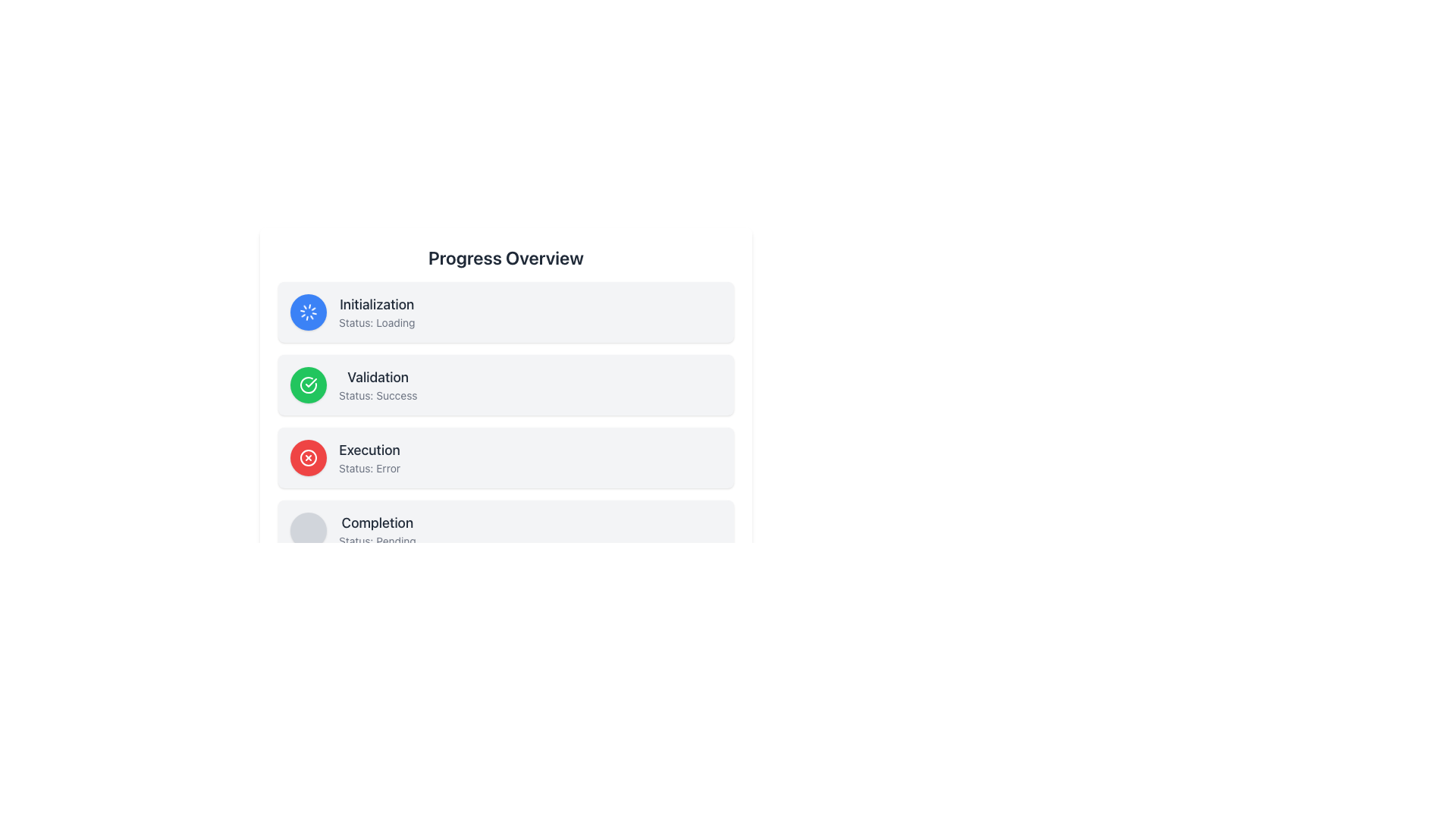 The width and height of the screenshot is (1456, 819). What do you see at coordinates (308, 384) in the screenshot?
I see `the circular green icon with a white checkmark that signifies success, located to the left of the 'Validation' and 'Status: Success' text components in the second section of the list` at bounding box center [308, 384].